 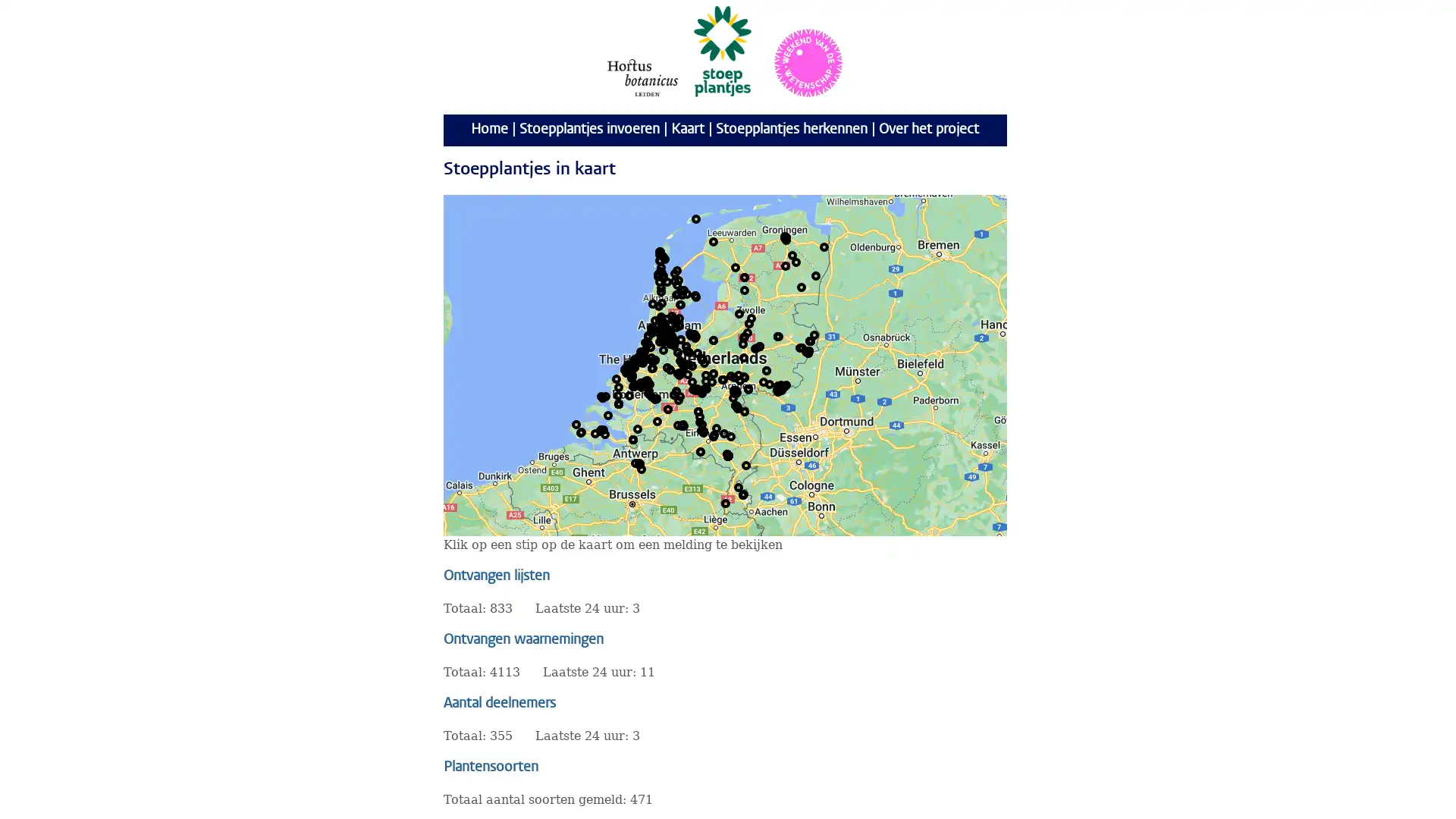 What do you see at coordinates (786, 237) in the screenshot?
I see `Telling van Andre H op 24 oktober 2021` at bounding box center [786, 237].